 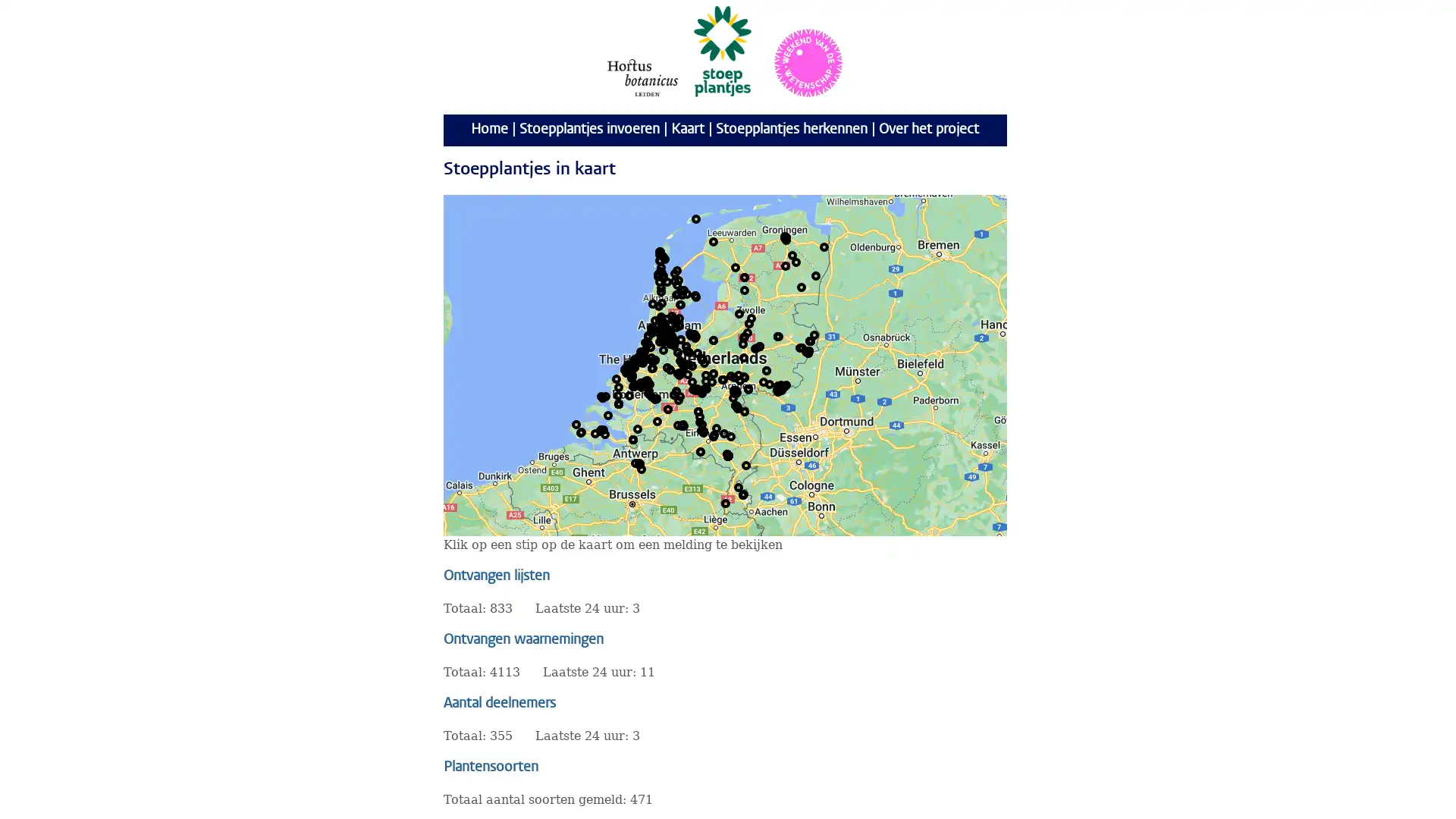 What do you see at coordinates (786, 237) in the screenshot?
I see `Telling van Andre H op 24 oktober 2021` at bounding box center [786, 237].